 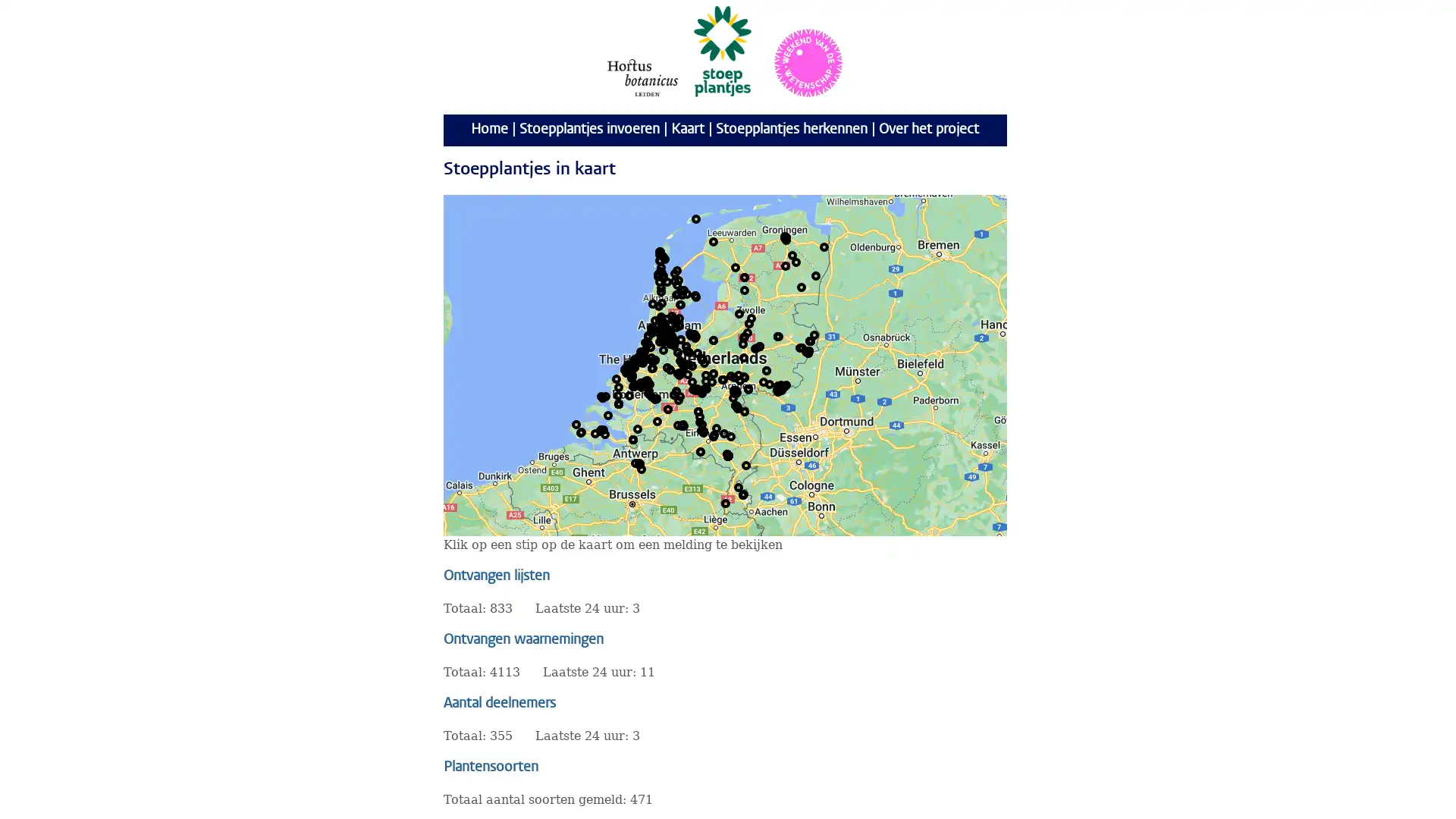 What do you see at coordinates (786, 237) in the screenshot?
I see `Telling van Andre H op 24 oktober 2021` at bounding box center [786, 237].